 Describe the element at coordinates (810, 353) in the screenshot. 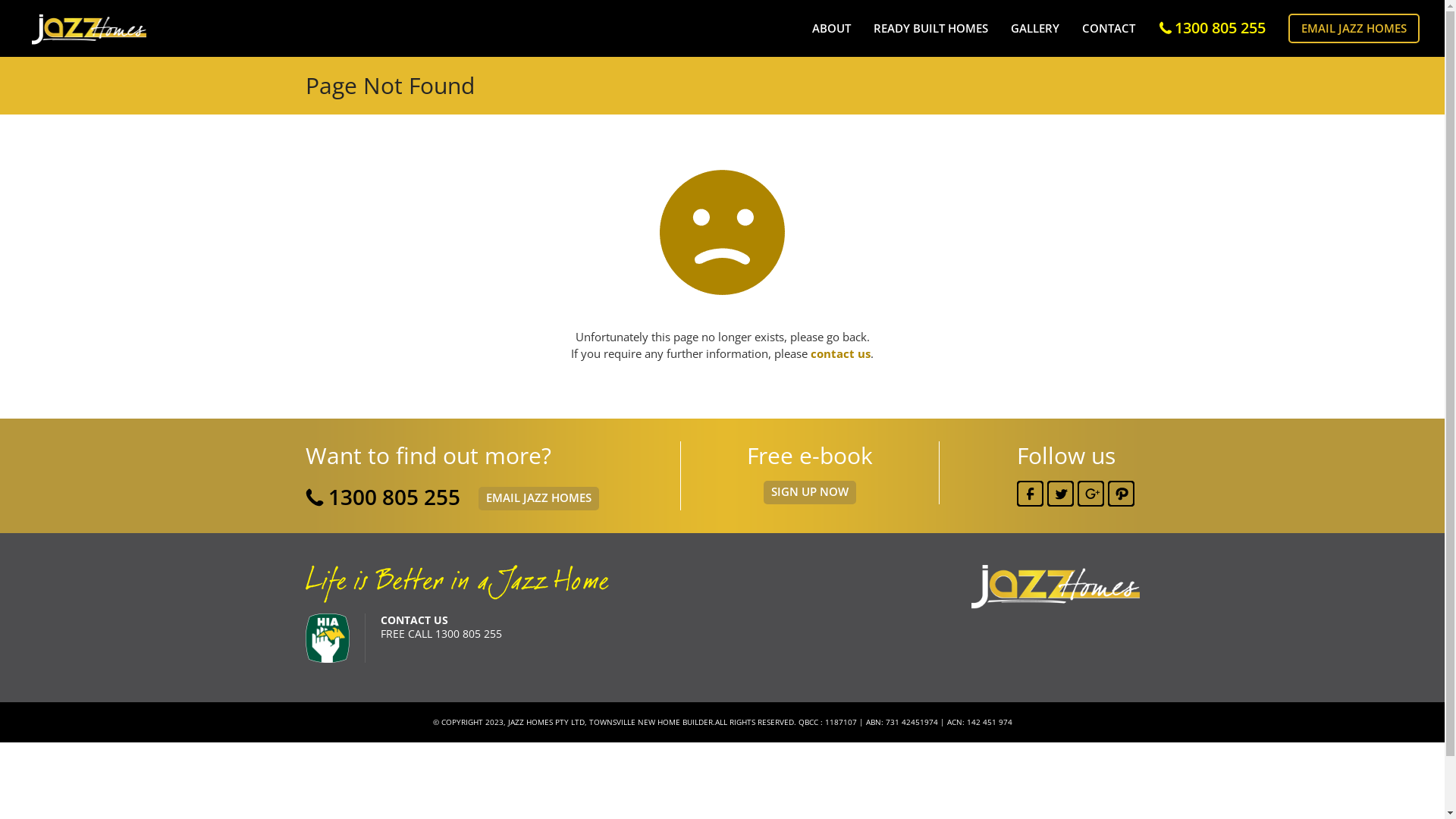

I see `'contact us'` at that location.